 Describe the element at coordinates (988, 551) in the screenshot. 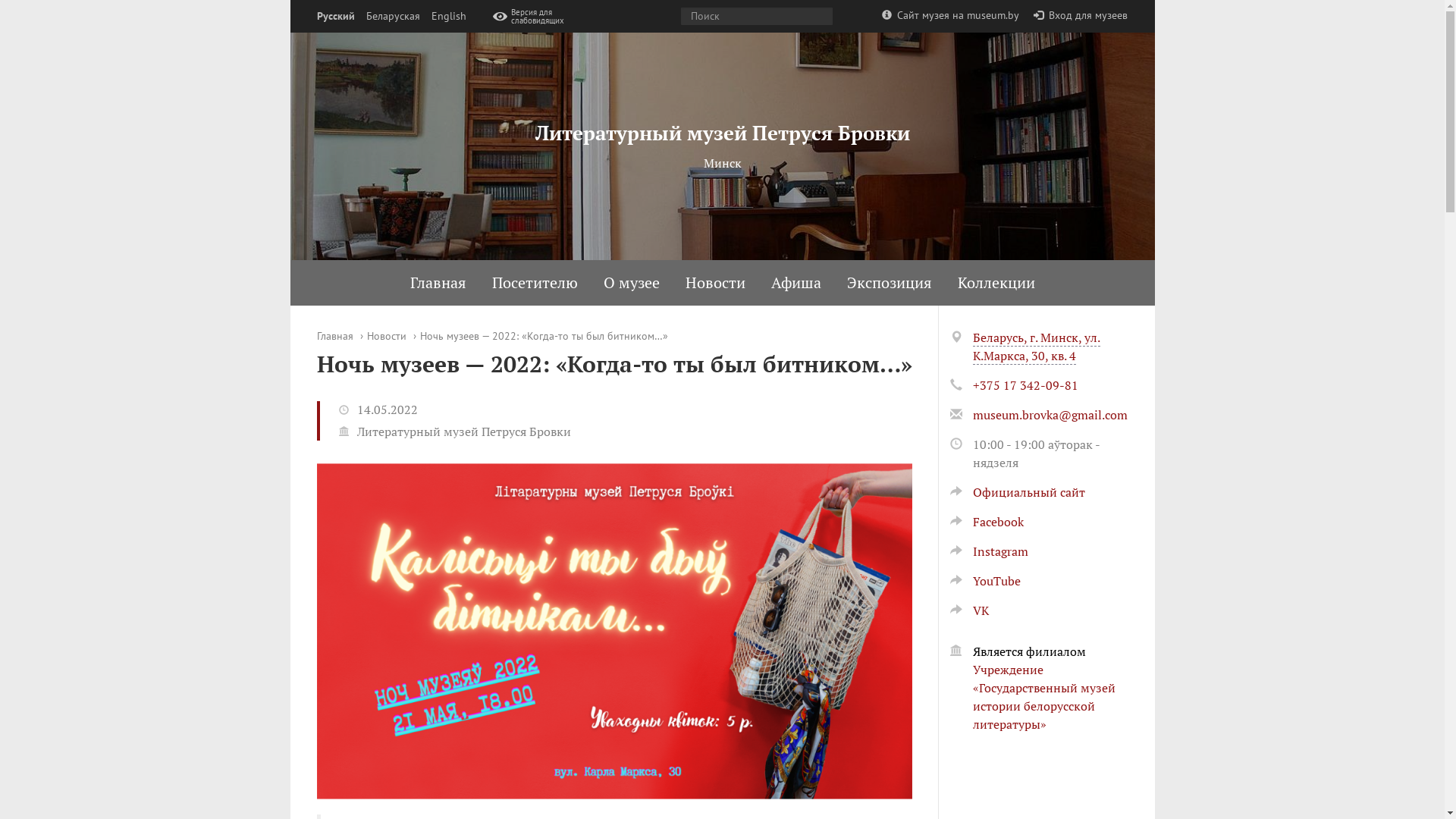

I see `'Instagram'` at that location.